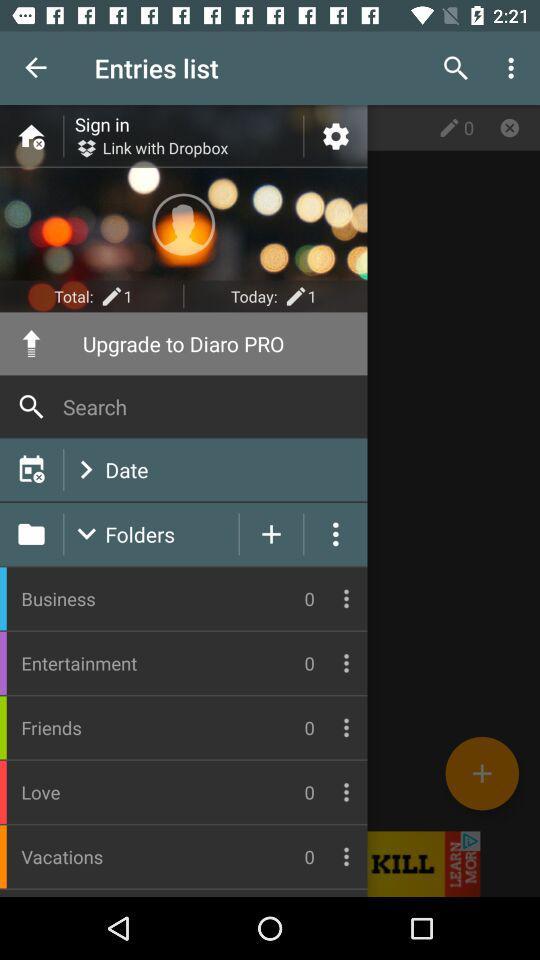 The height and width of the screenshot is (960, 540). What do you see at coordinates (509, 126) in the screenshot?
I see `the close icon` at bounding box center [509, 126].